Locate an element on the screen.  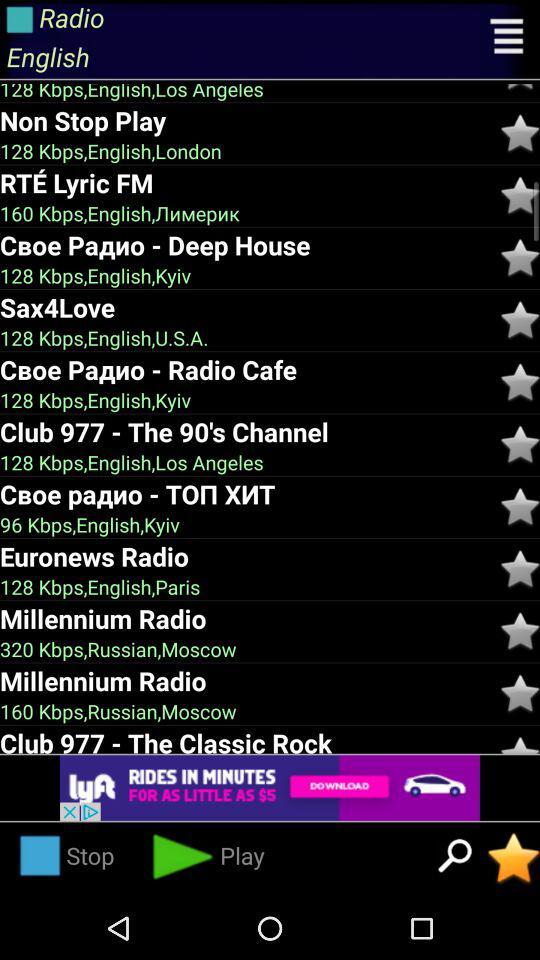
make it favourite is located at coordinates (520, 381).